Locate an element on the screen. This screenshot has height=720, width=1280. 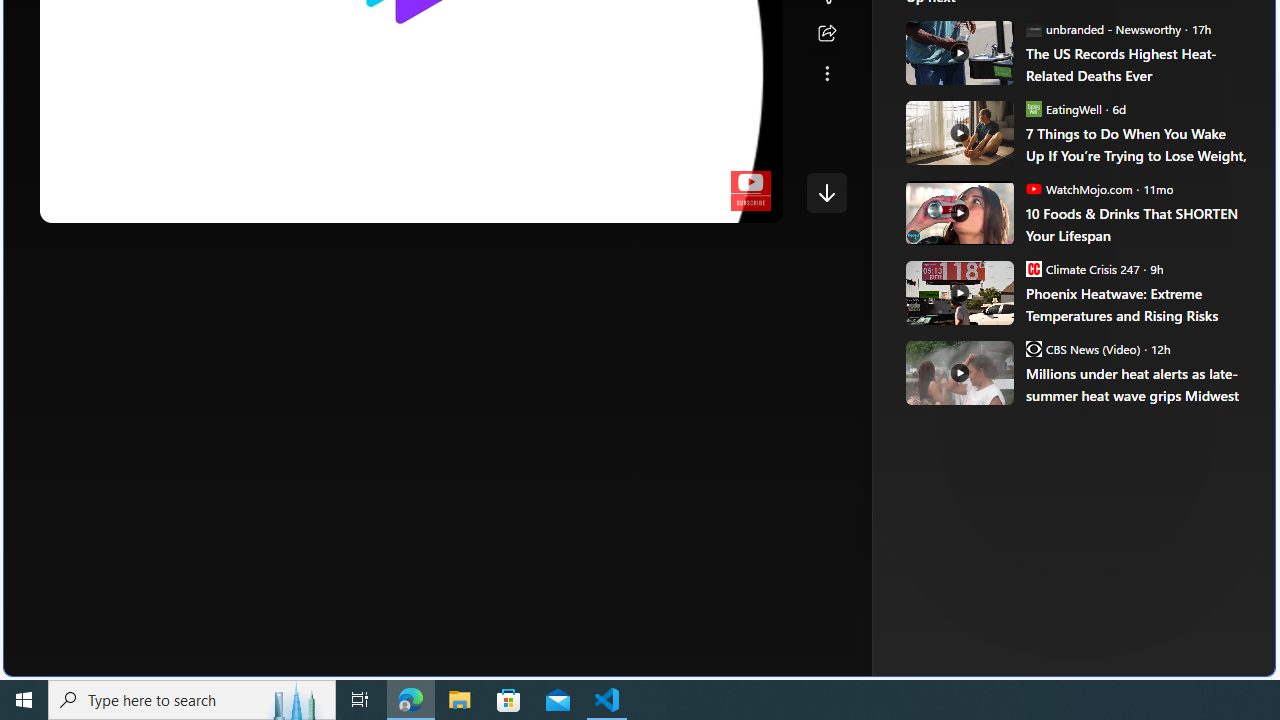
'WatchMojo.com WatchMojo.com' is located at coordinates (1078, 188).